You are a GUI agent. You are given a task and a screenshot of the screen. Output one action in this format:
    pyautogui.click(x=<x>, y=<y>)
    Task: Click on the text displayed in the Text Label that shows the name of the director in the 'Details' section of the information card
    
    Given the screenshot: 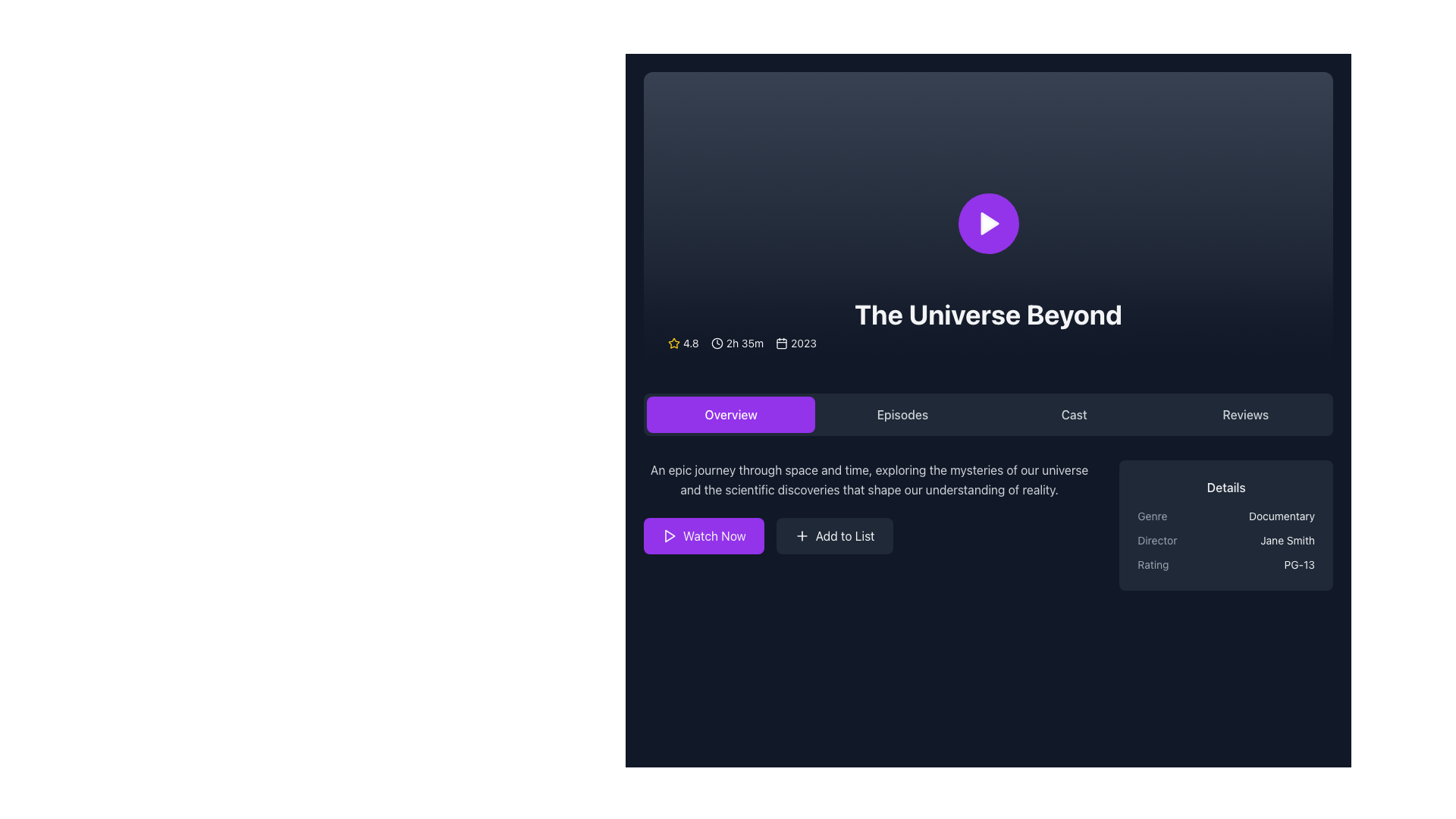 What is the action you would take?
    pyautogui.click(x=1287, y=540)
    